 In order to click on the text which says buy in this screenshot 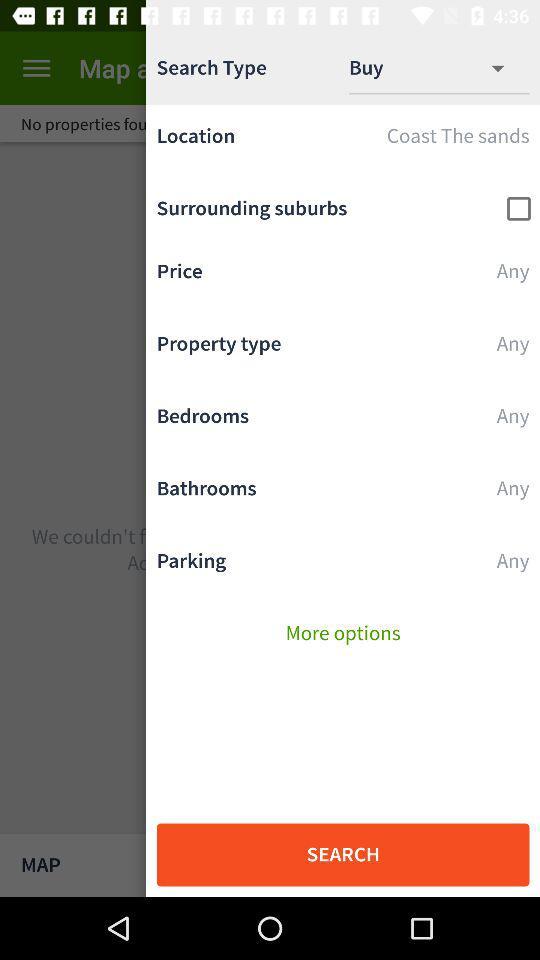, I will do `click(382, 68)`.